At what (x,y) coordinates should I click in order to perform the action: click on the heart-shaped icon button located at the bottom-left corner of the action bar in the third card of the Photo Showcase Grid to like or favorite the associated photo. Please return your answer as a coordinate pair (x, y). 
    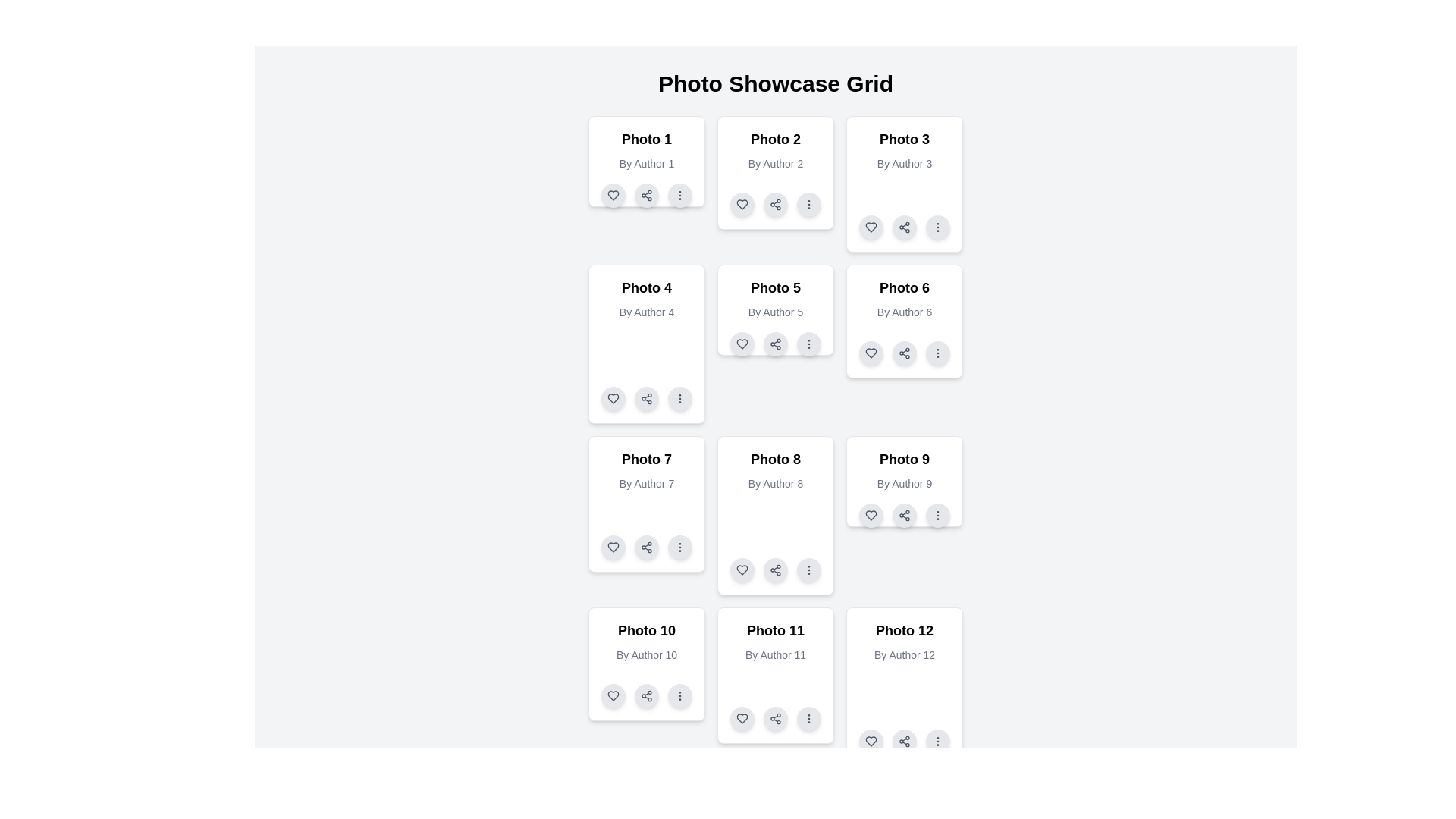
    Looking at the image, I should click on (871, 227).